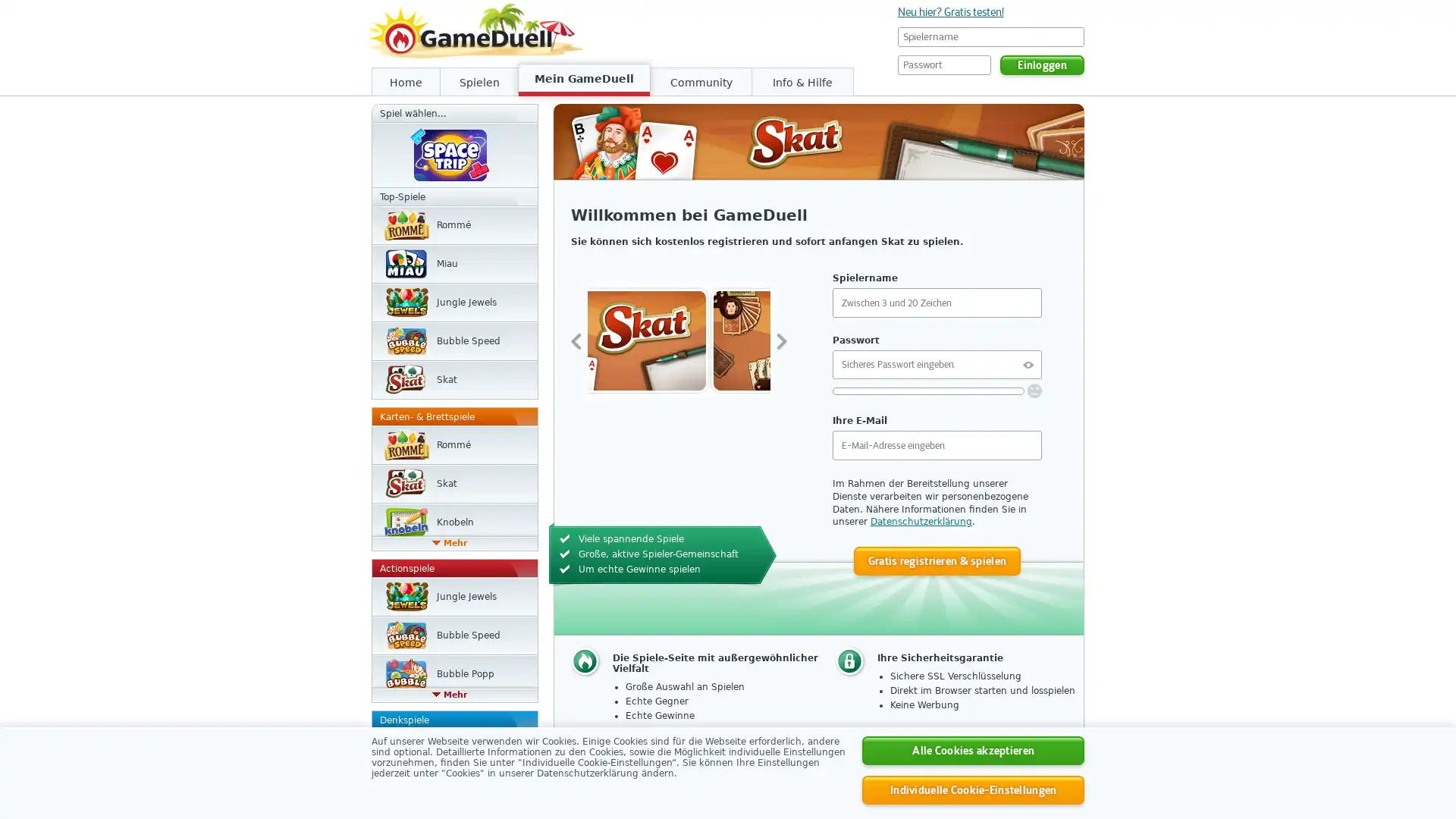 The height and width of the screenshot is (819, 1456). I want to click on Einloggen, so click(1041, 64).